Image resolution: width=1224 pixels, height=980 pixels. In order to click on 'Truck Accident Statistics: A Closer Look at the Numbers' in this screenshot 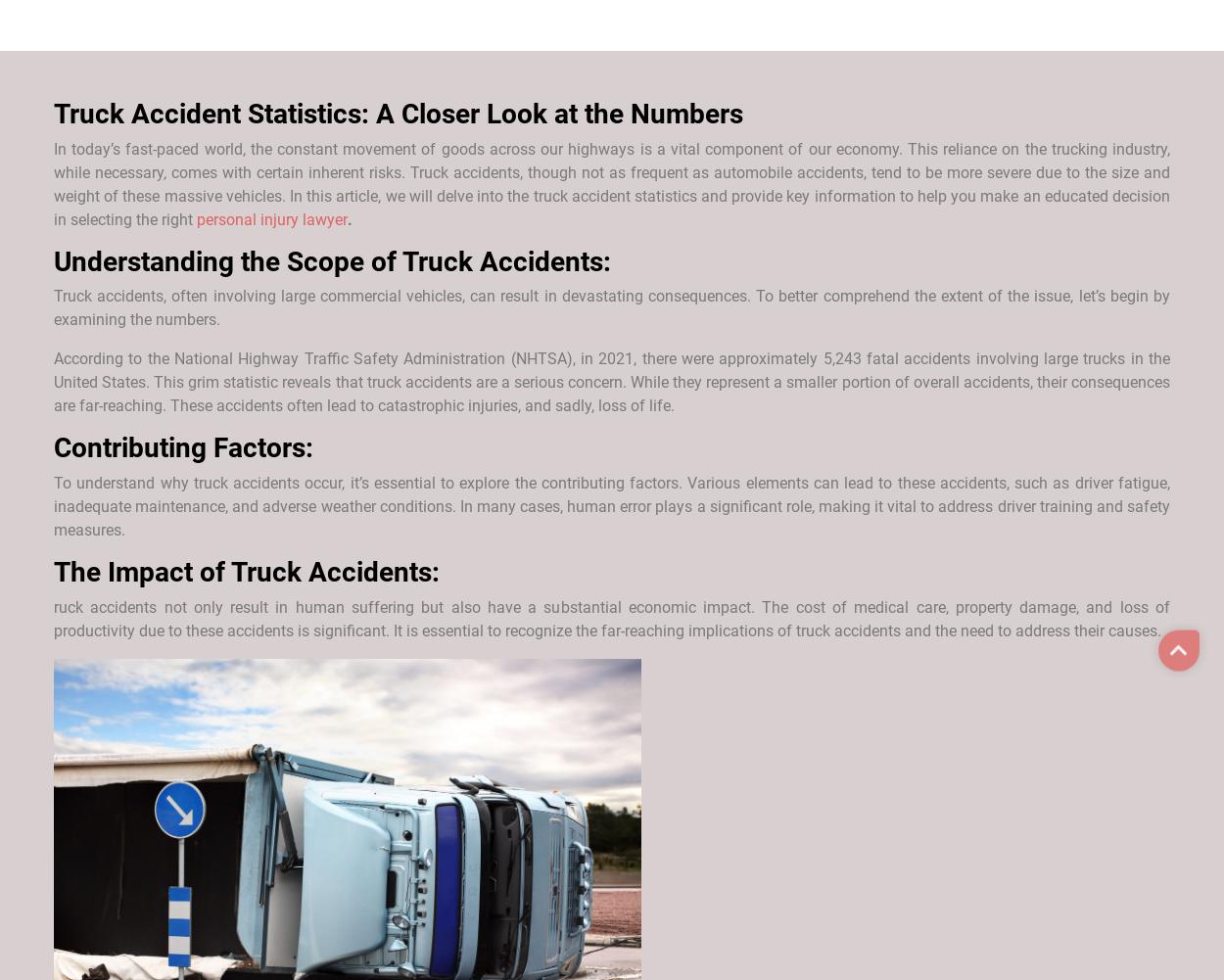, I will do `click(399, 112)`.